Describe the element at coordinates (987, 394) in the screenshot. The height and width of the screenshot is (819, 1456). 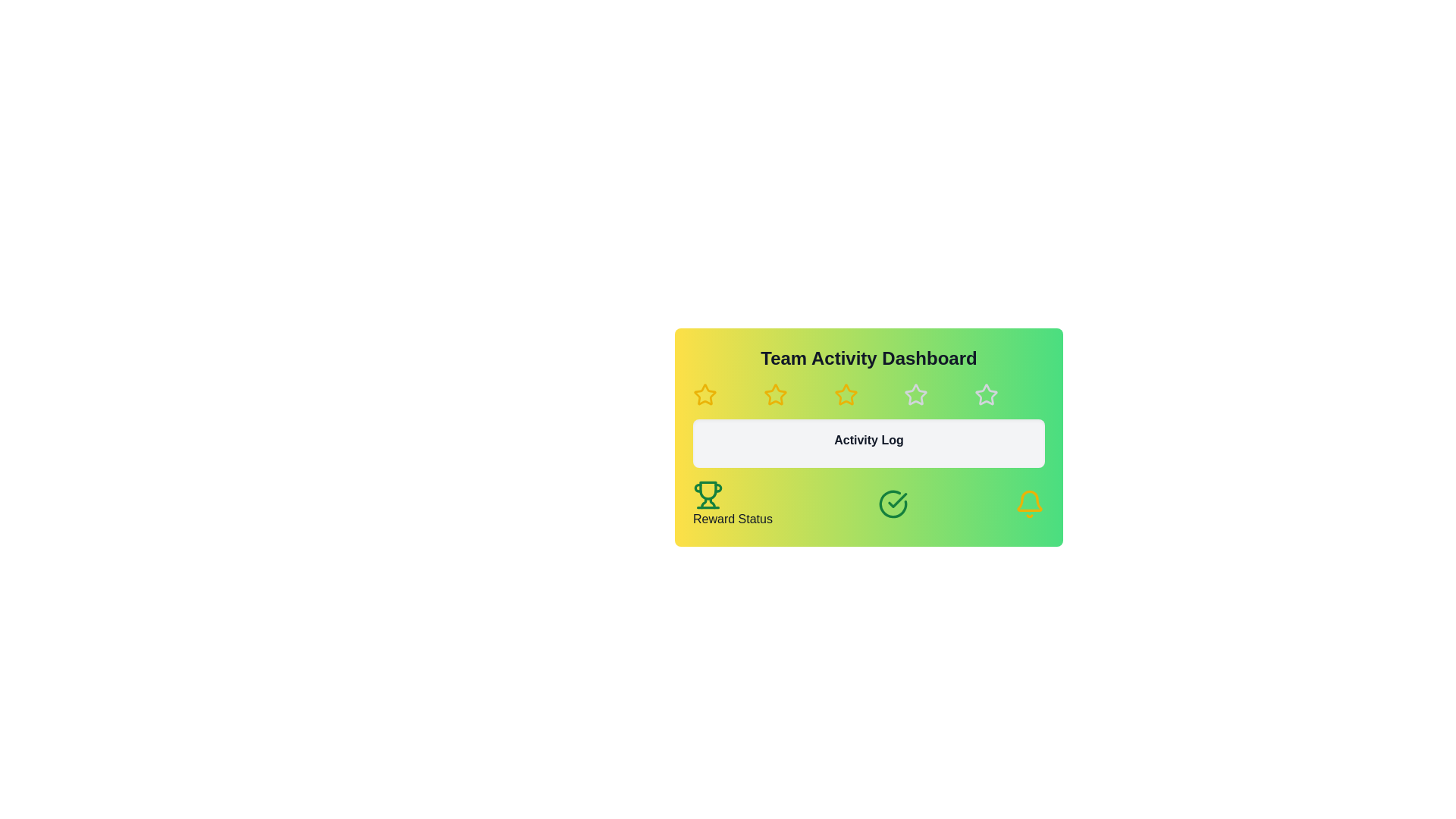
I see `the fifth star icon in the row of five star icons on the green-gradient dashboard panel` at that location.